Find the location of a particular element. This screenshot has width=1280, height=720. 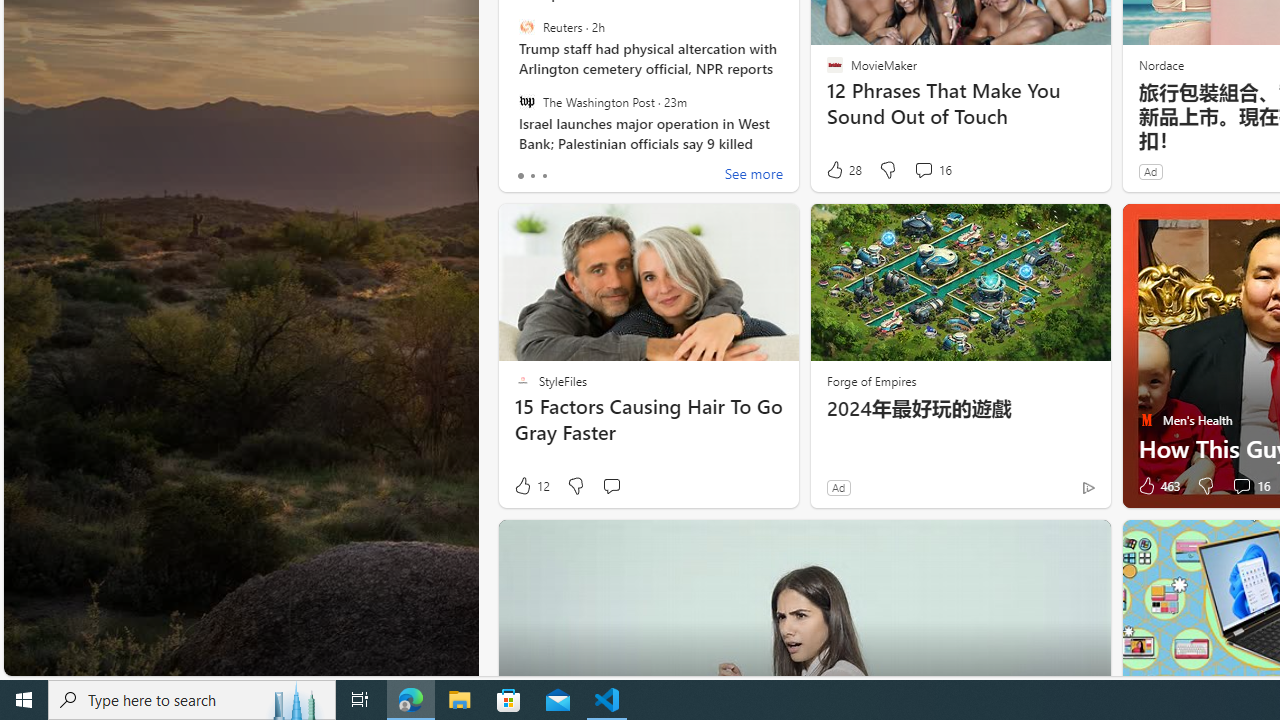

'28 Like' is located at coordinates (843, 169).